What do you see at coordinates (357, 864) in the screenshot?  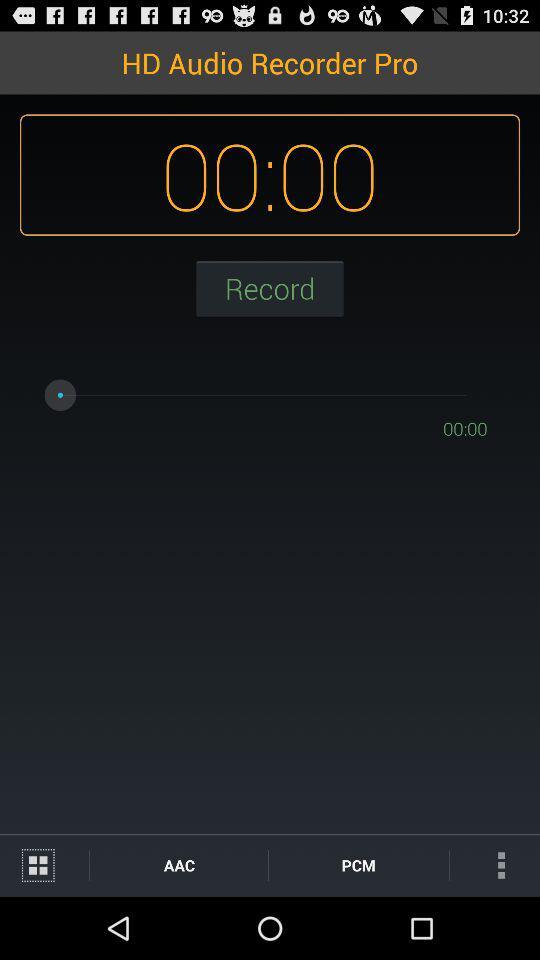 I see `pcm` at bounding box center [357, 864].